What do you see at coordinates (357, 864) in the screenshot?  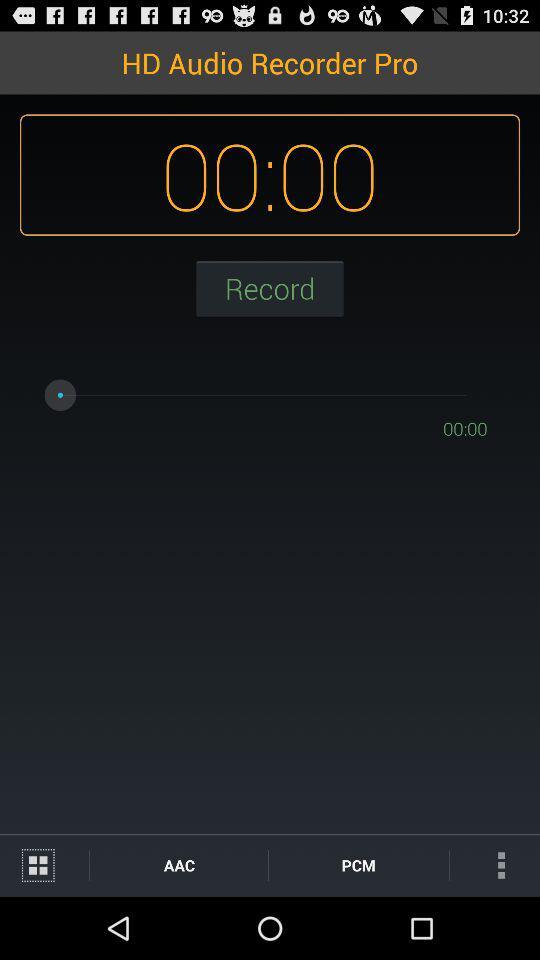 I see `pcm` at bounding box center [357, 864].